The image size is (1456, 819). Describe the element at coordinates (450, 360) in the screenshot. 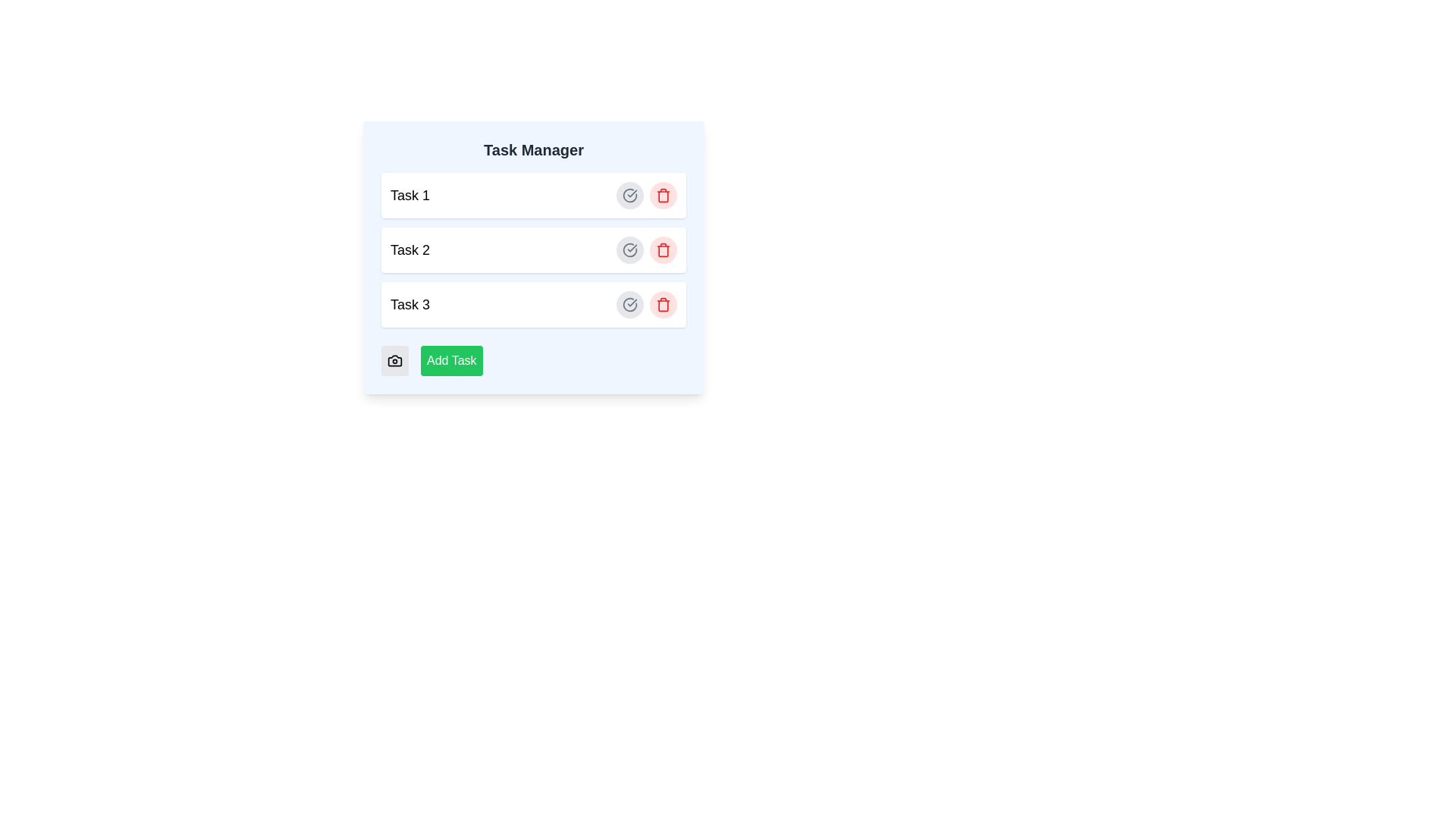

I see `the 'Add Task' button located at the bottom of the 'Task Manager' interface` at that location.